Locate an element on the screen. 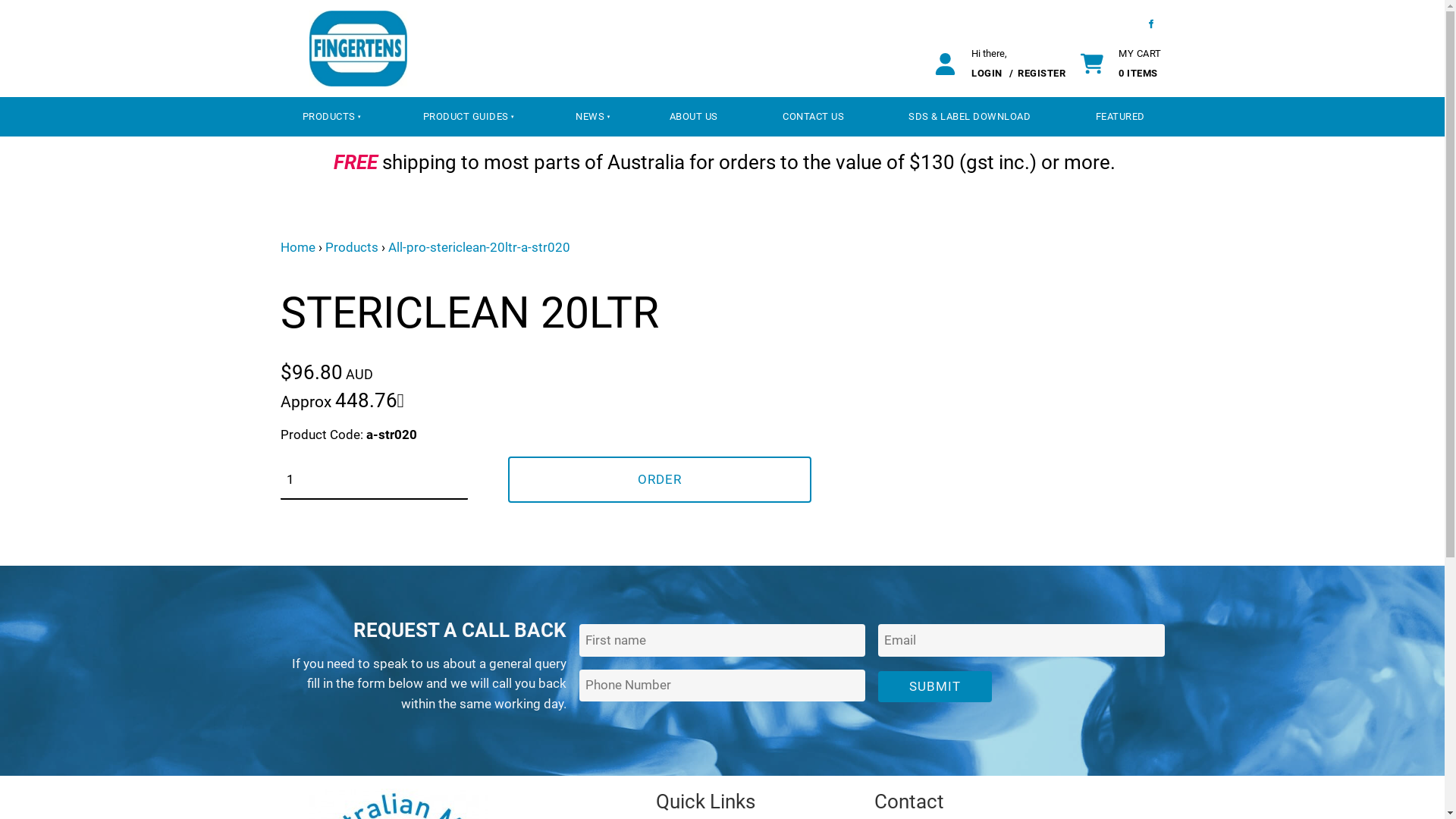  'All-pro-stericlean-20ltr-a-str020' is located at coordinates (479, 246).